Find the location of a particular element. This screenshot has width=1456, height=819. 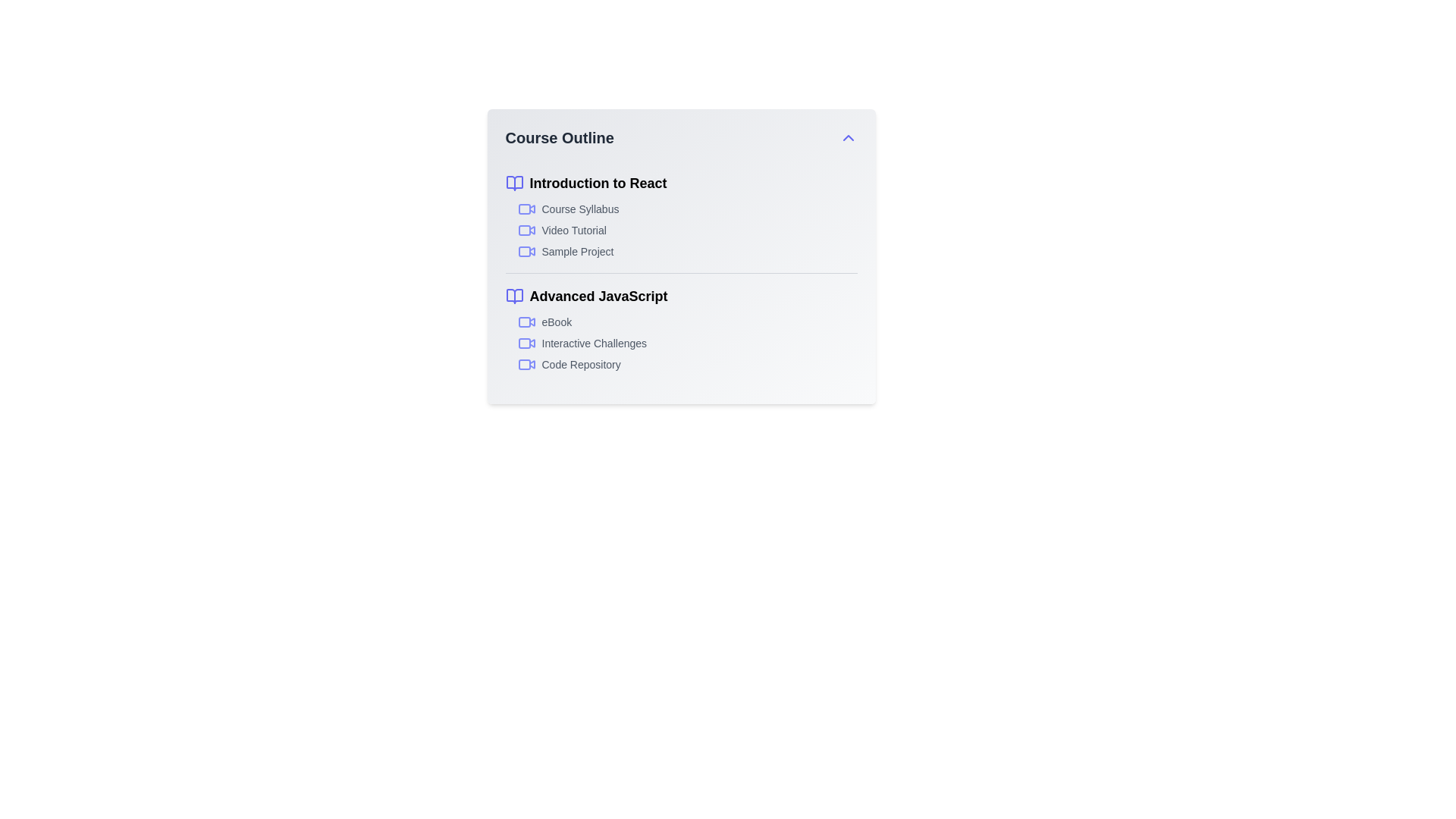

the course titled Advanced JavaScript is located at coordinates (680, 296).